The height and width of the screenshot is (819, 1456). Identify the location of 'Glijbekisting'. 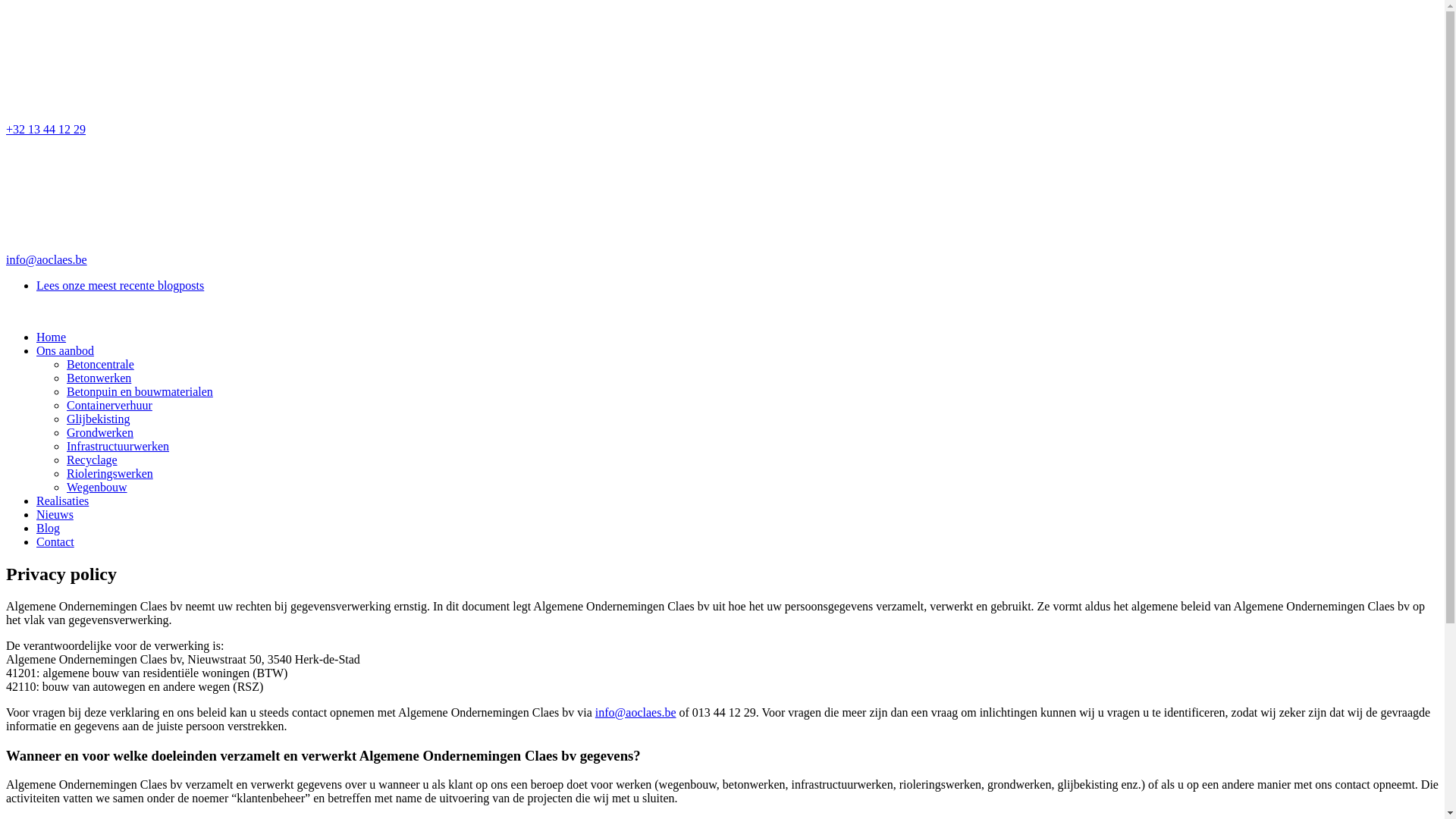
(97, 419).